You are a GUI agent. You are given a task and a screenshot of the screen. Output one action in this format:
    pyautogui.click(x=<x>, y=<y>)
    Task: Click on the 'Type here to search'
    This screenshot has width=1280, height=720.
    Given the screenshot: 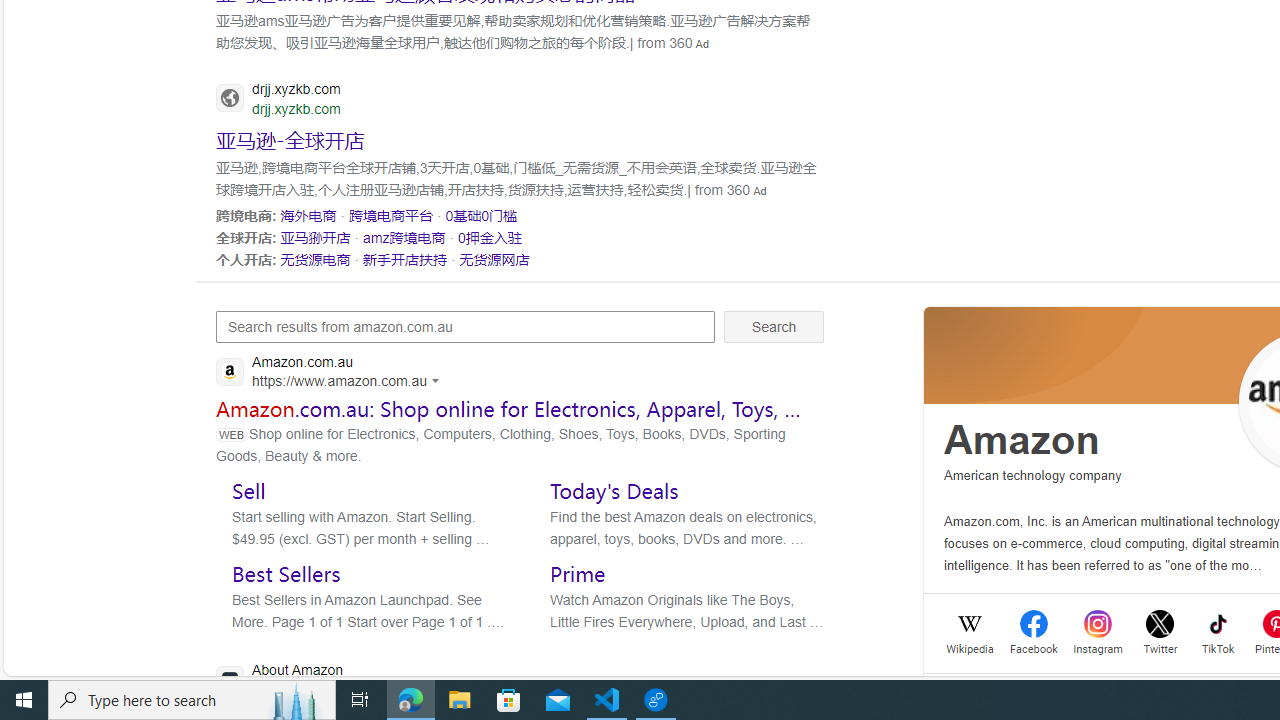 What is the action you would take?
    pyautogui.click(x=192, y=698)
    